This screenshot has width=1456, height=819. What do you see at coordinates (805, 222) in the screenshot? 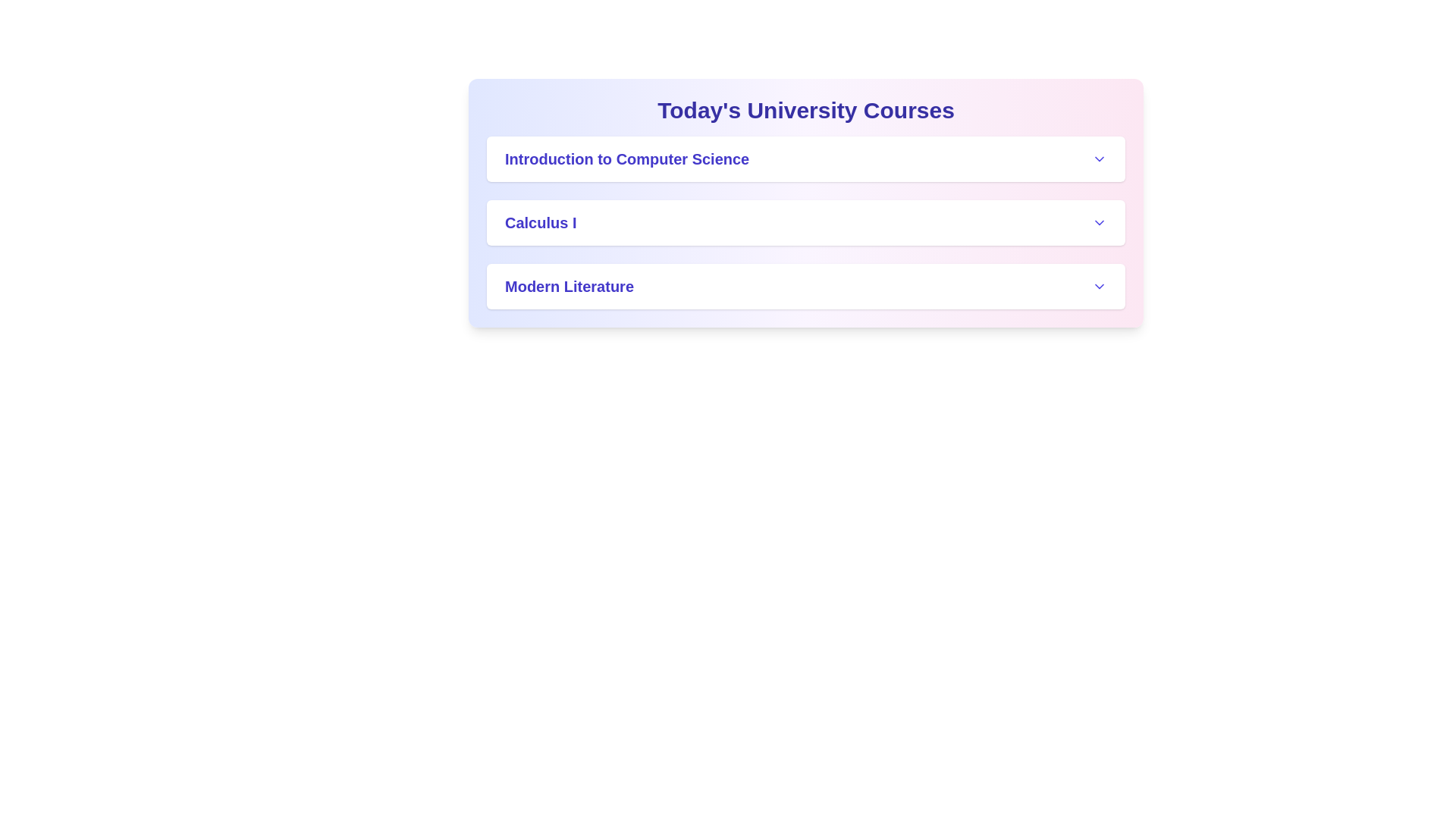
I see `the header of the course Calculus I to toggle its details` at bounding box center [805, 222].